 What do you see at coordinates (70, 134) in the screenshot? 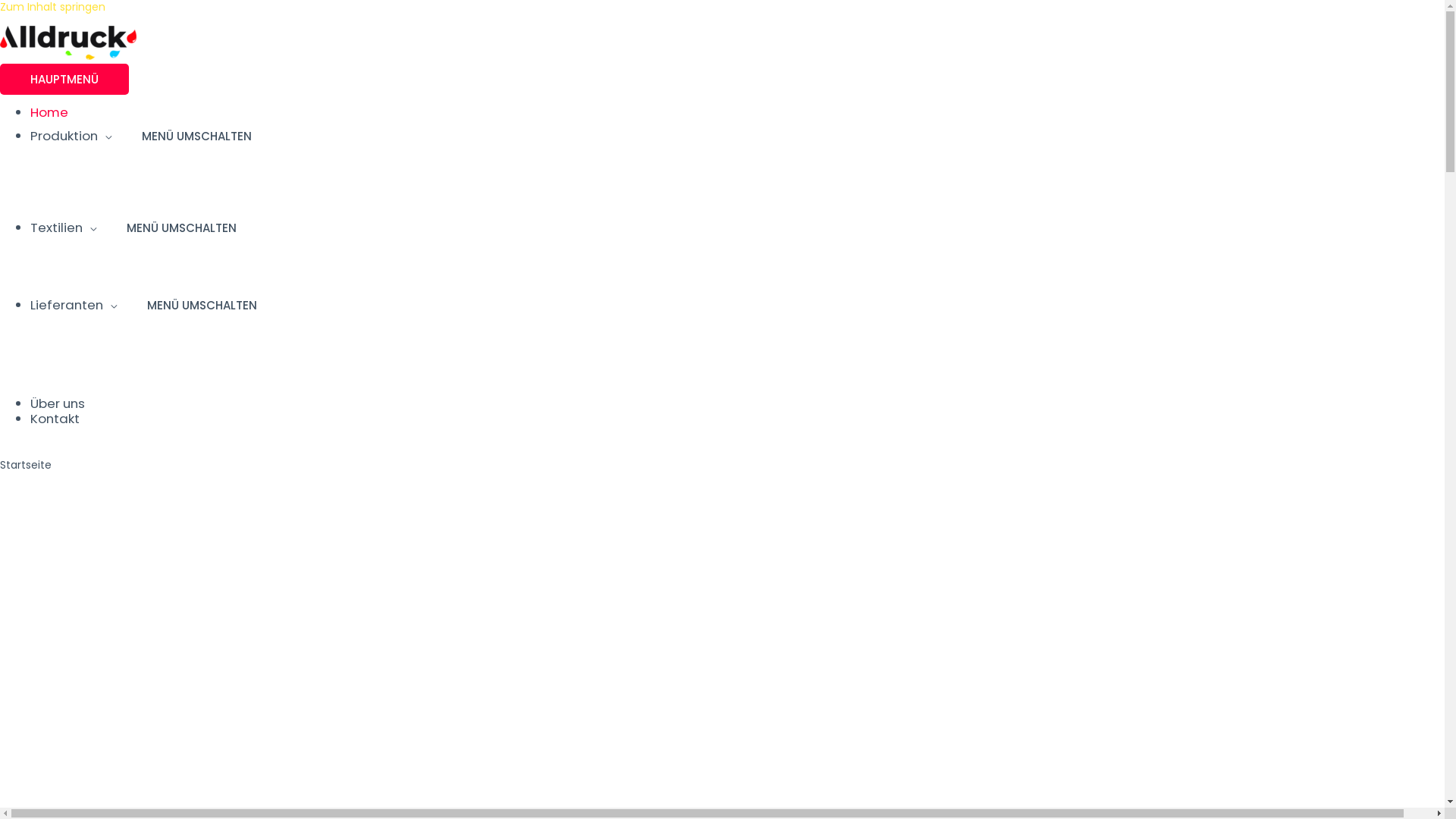
I see `'Produktion'` at bounding box center [70, 134].